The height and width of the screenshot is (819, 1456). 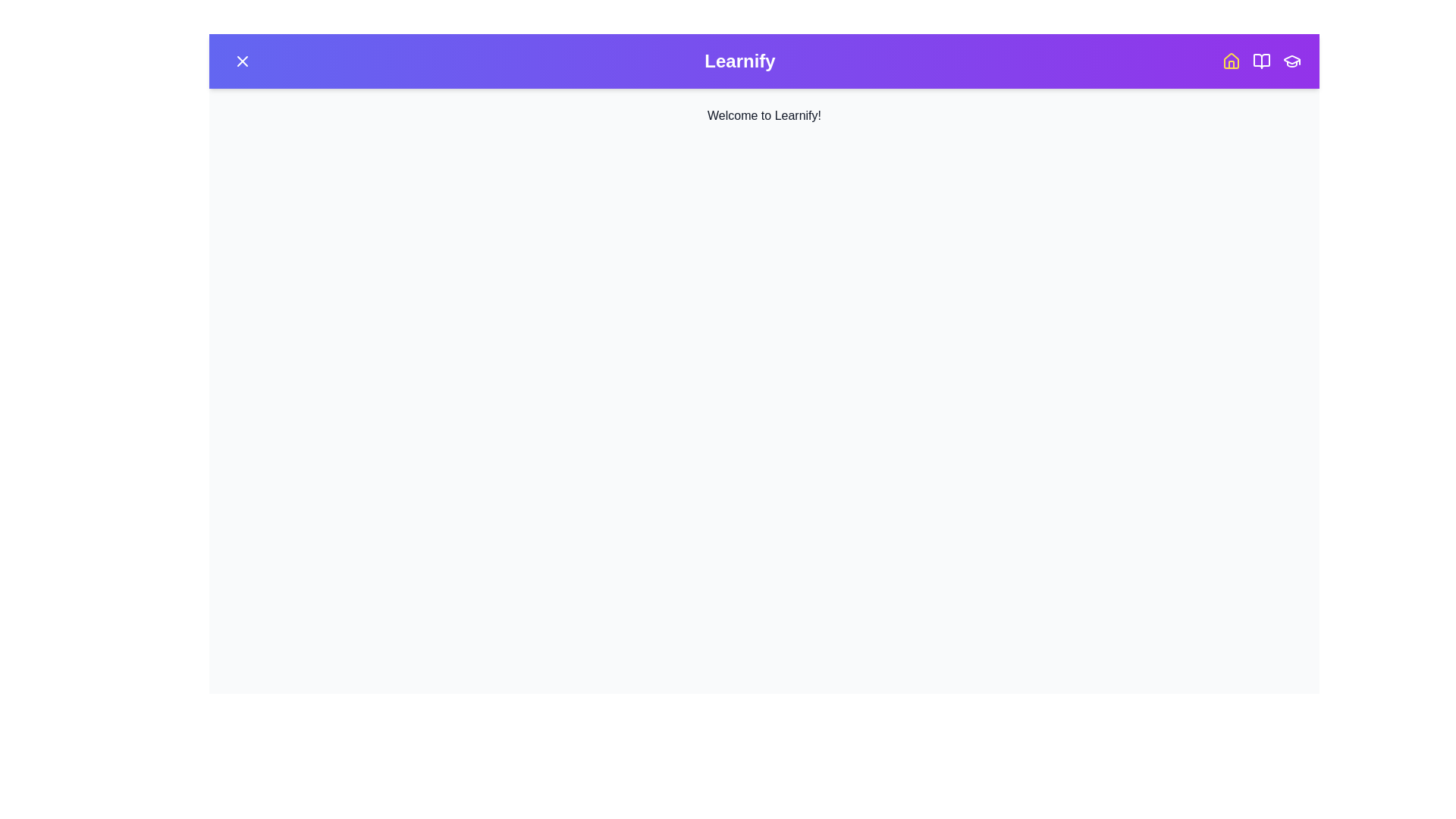 I want to click on the 'Profile' tab represented by the GraduationCap icon, so click(x=1291, y=61).